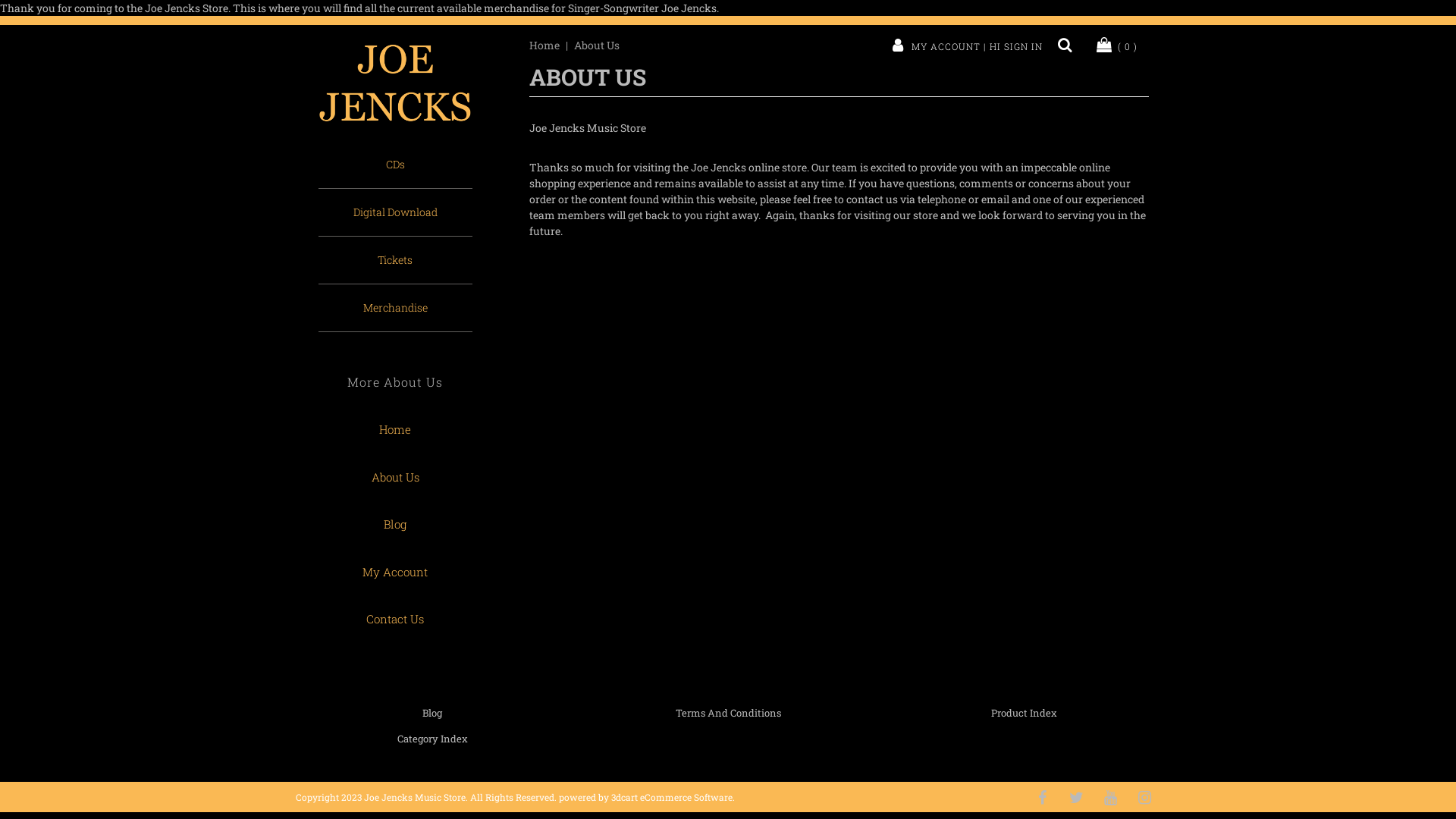 This screenshot has height=819, width=1456. I want to click on 'Blog', so click(431, 711).